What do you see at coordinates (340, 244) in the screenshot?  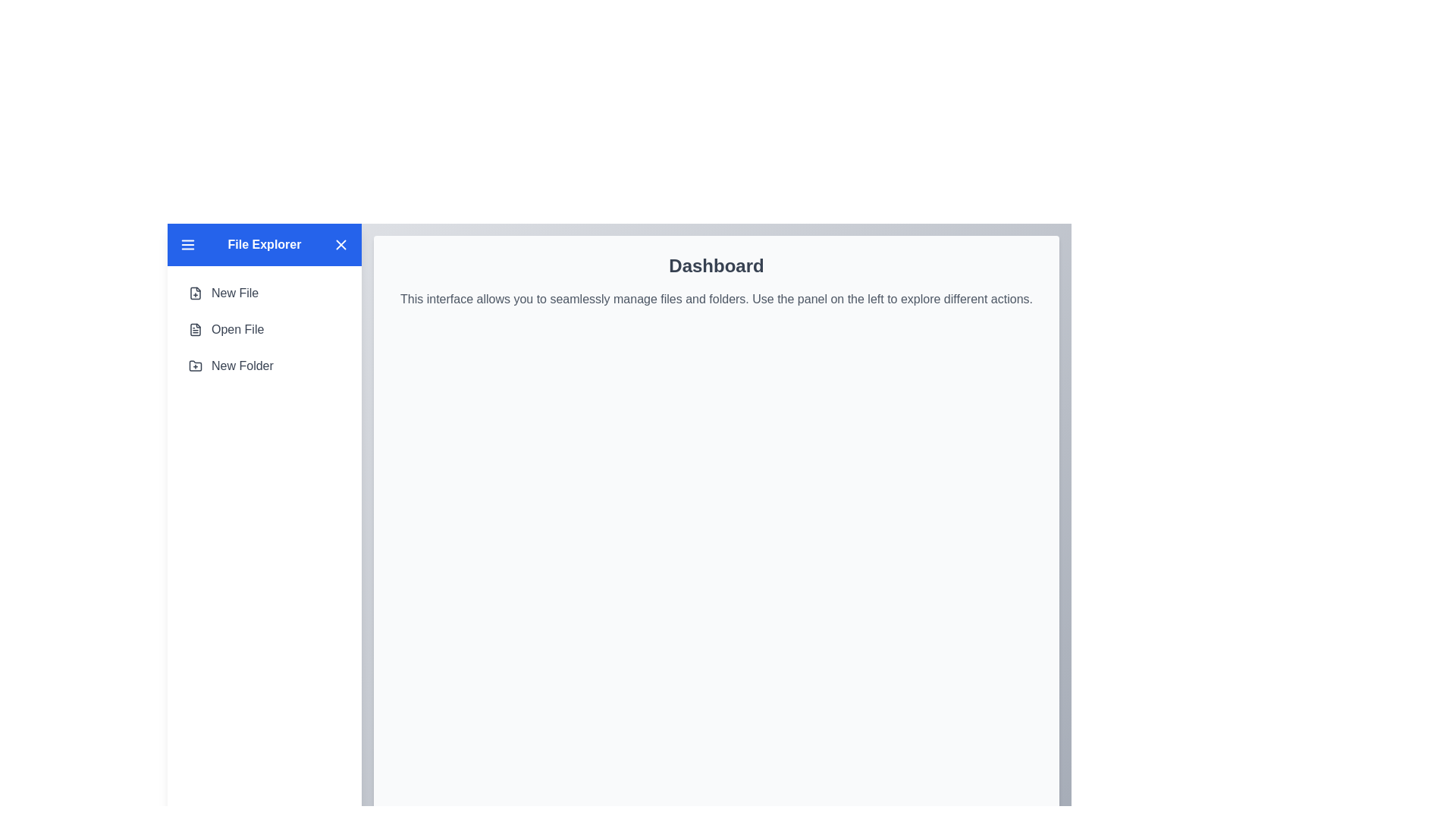 I see `the close button icon resembling an 'X' located on the right side of the blue 'File Explorer' header bar` at bounding box center [340, 244].